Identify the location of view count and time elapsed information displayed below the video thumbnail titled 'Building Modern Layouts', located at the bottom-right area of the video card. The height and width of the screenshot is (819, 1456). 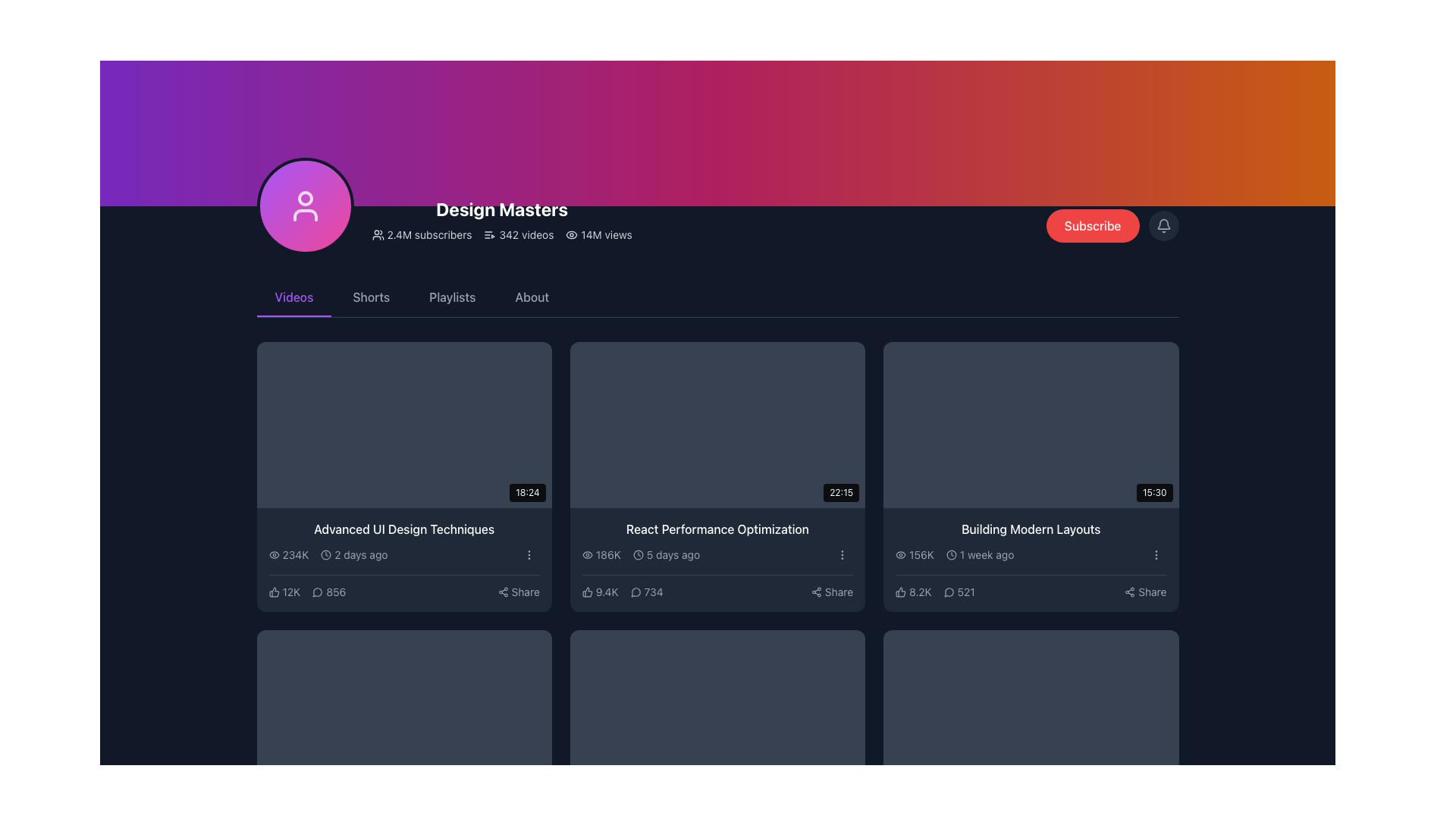
(954, 555).